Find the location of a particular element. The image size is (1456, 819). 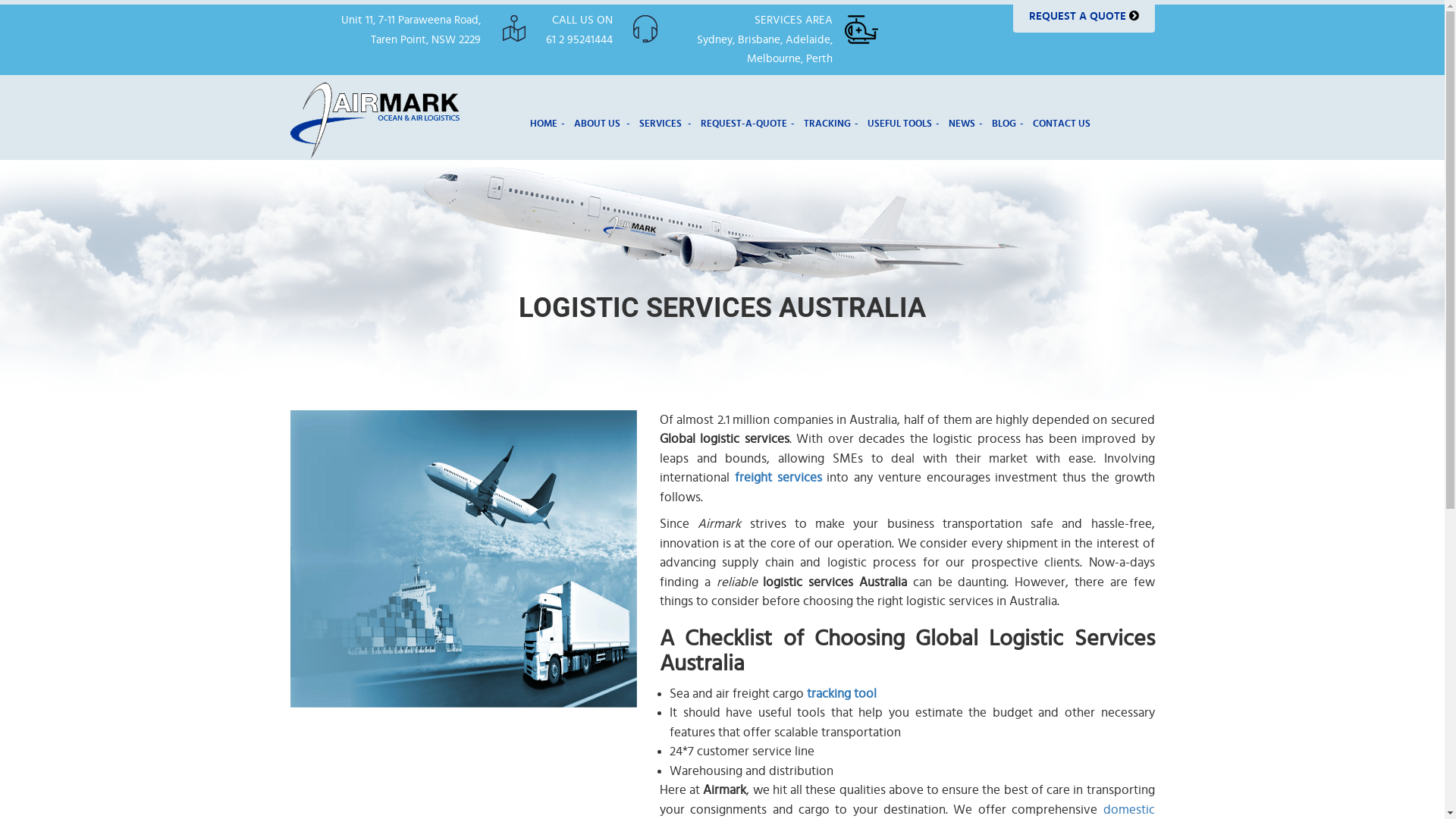

'REQUEST A QUOTE' is located at coordinates (1083, 16).